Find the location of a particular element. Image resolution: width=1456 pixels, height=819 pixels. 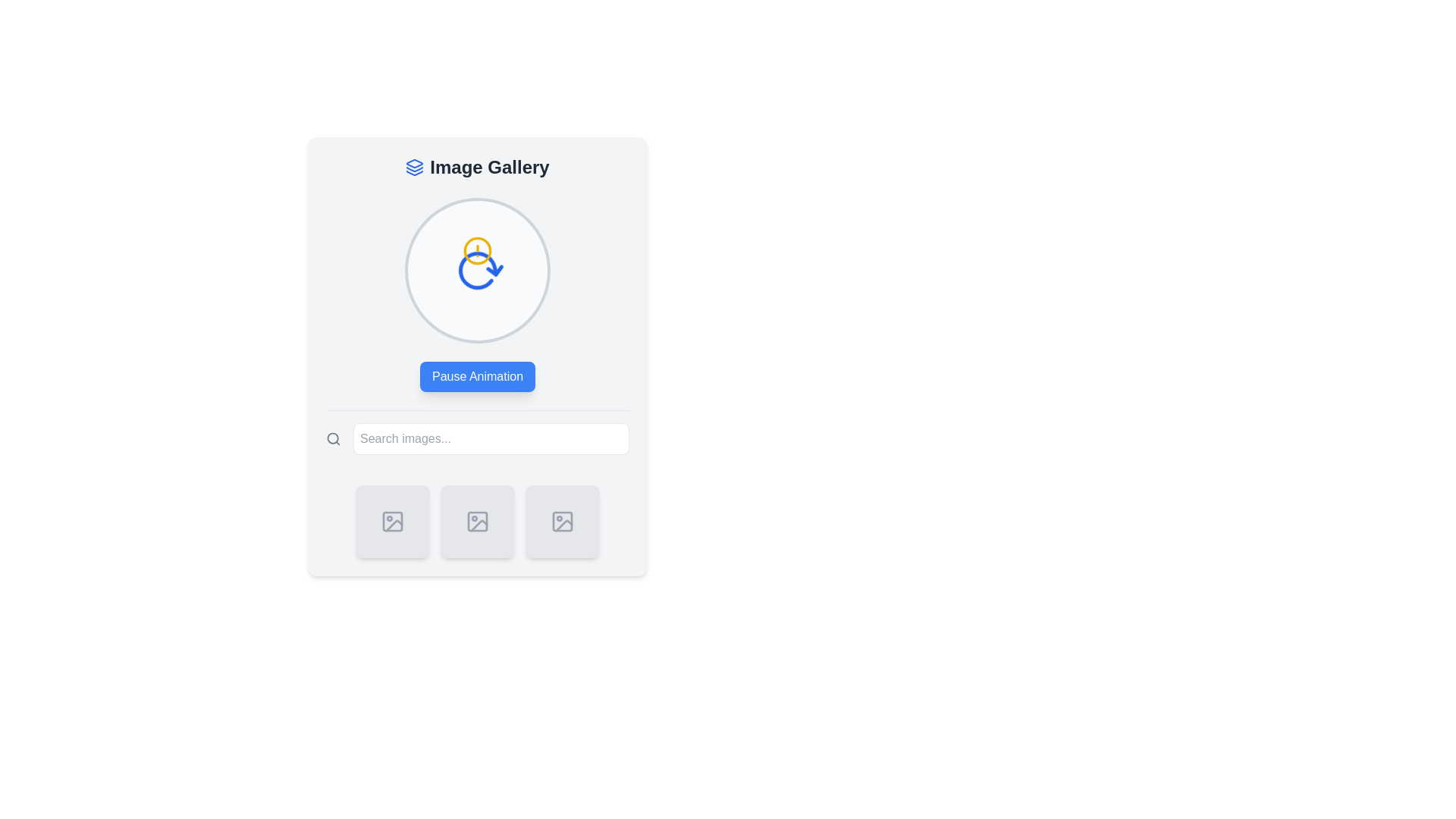

the alert or notification icon located within the gray circular area, which is part of the larger structure featuring a blue rotating arrow is located at coordinates (476, 250).